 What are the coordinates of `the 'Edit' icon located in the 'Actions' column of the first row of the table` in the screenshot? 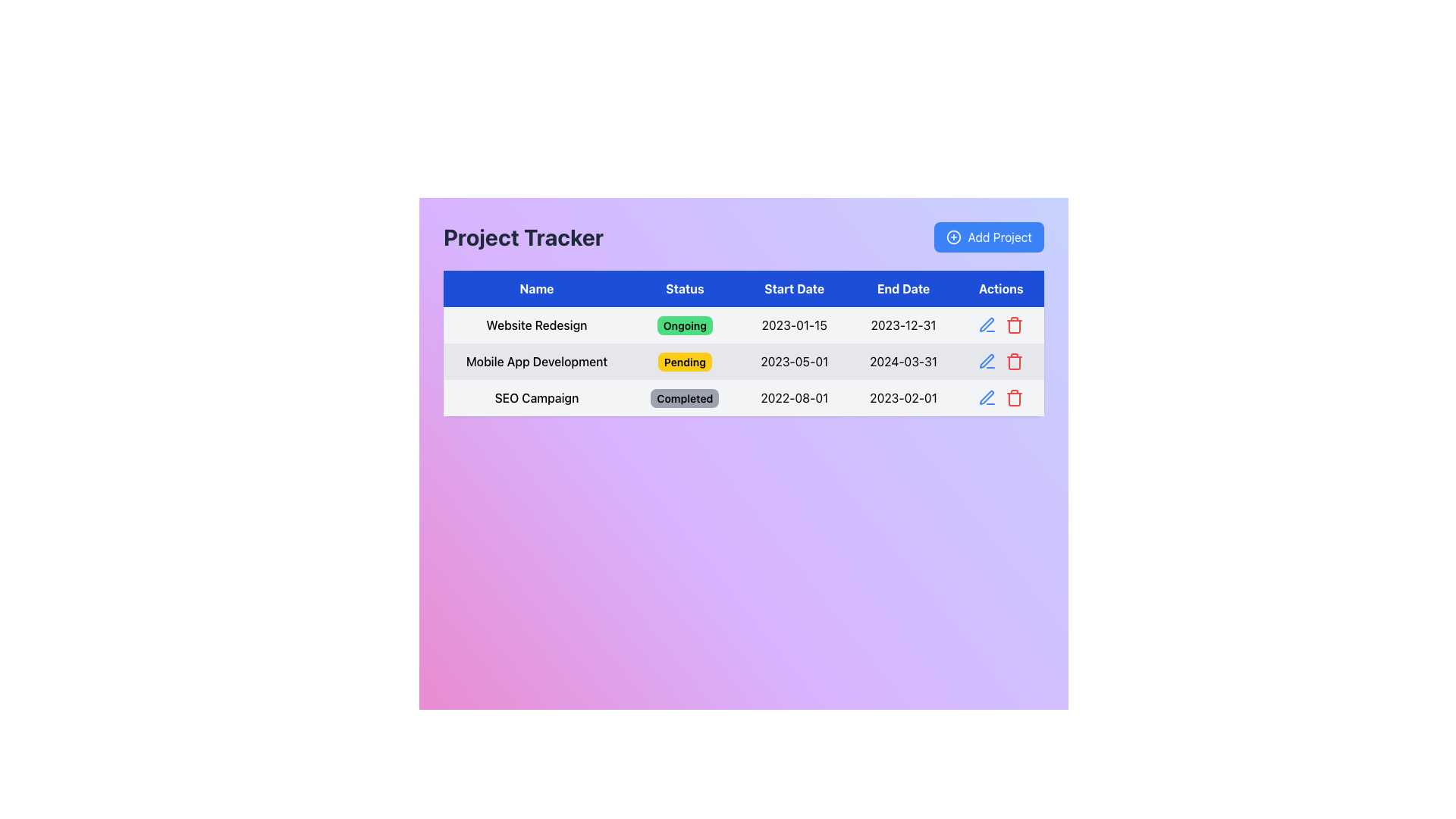 It's located at (986, 324).